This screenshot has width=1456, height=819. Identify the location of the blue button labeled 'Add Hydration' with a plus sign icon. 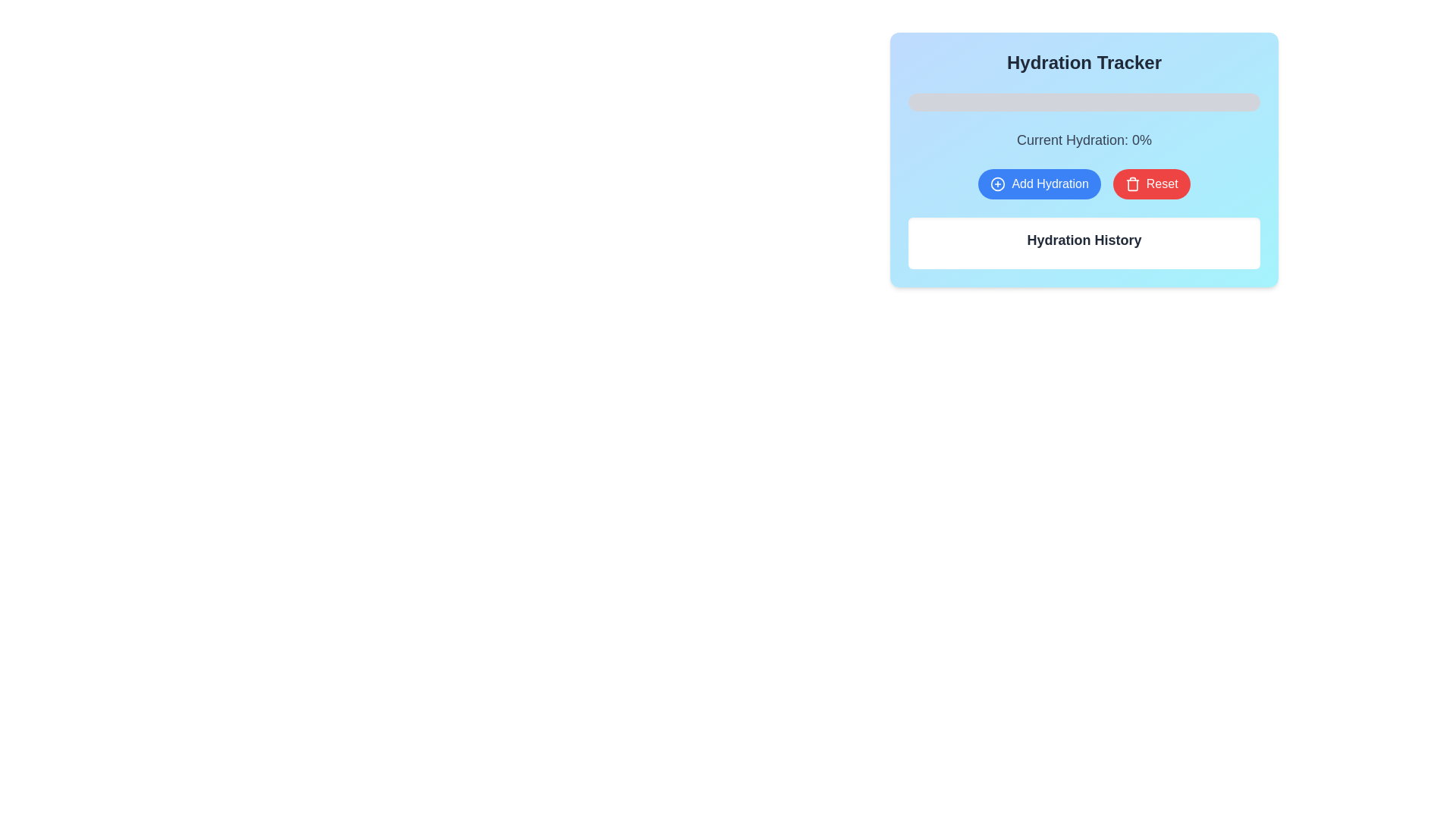
(1039, 184).